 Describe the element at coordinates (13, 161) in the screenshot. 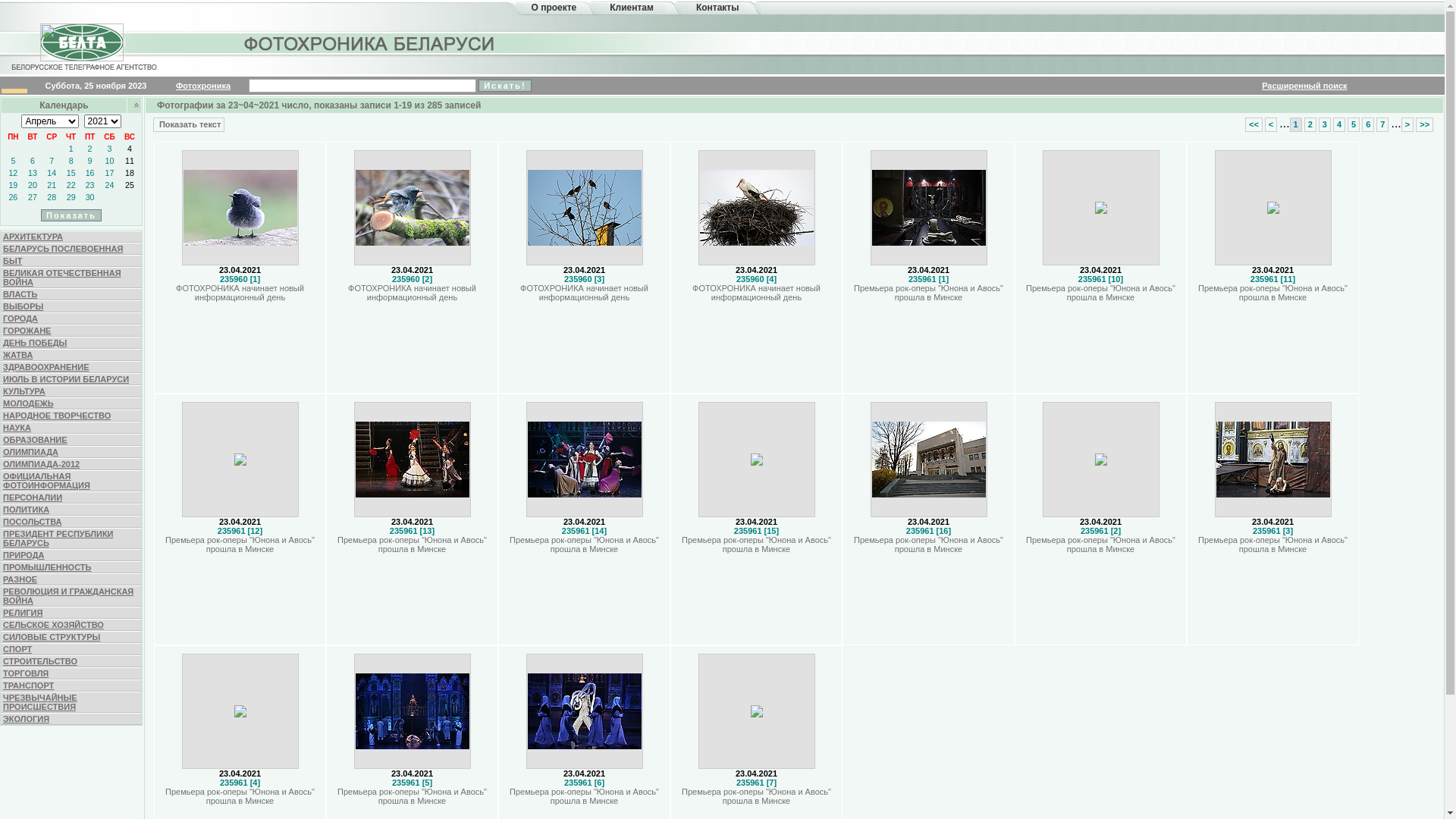

I see `'5'` at that location.